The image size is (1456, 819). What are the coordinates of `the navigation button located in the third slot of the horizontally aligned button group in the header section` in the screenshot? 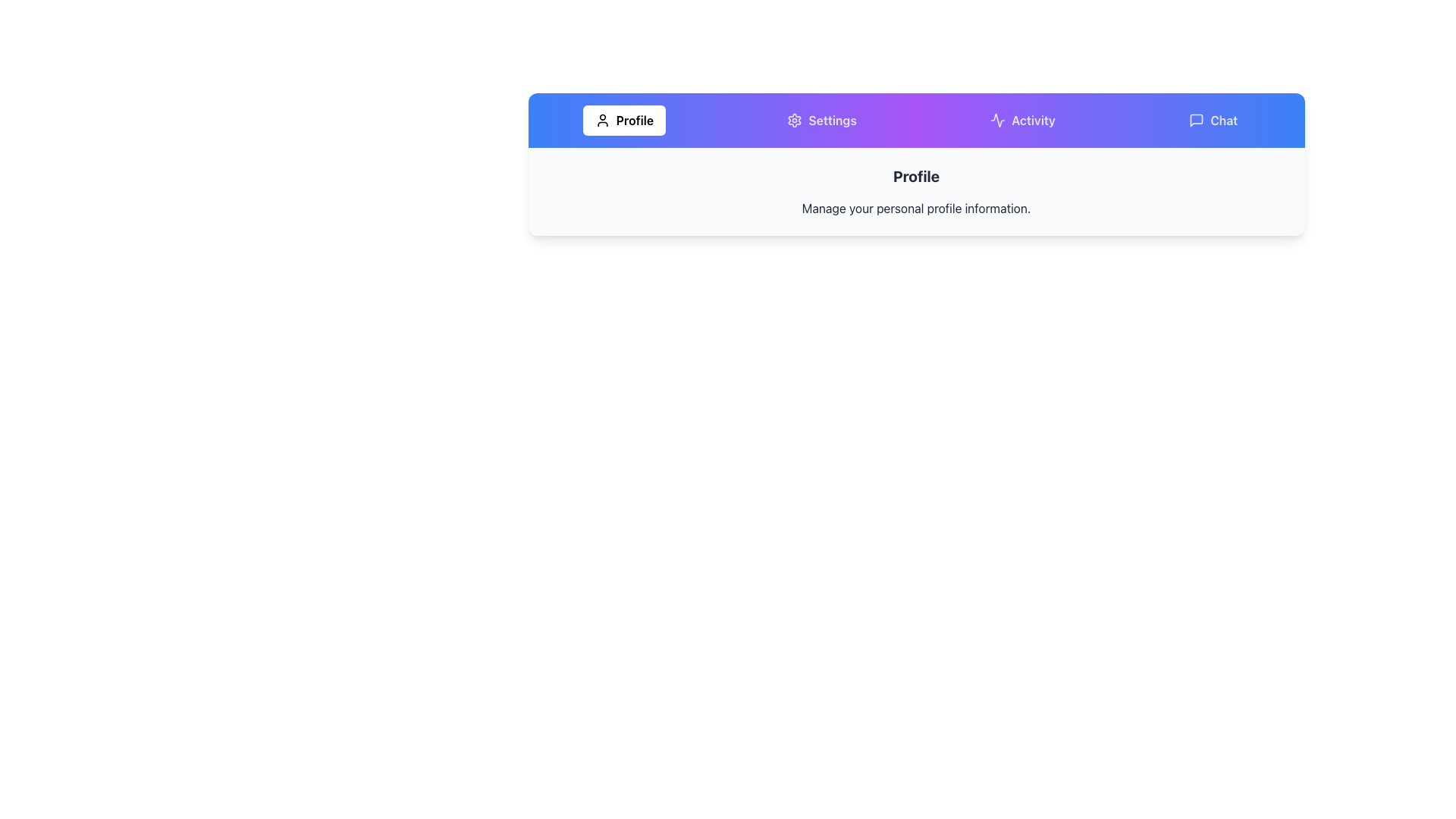 It's located at (1022, 119).